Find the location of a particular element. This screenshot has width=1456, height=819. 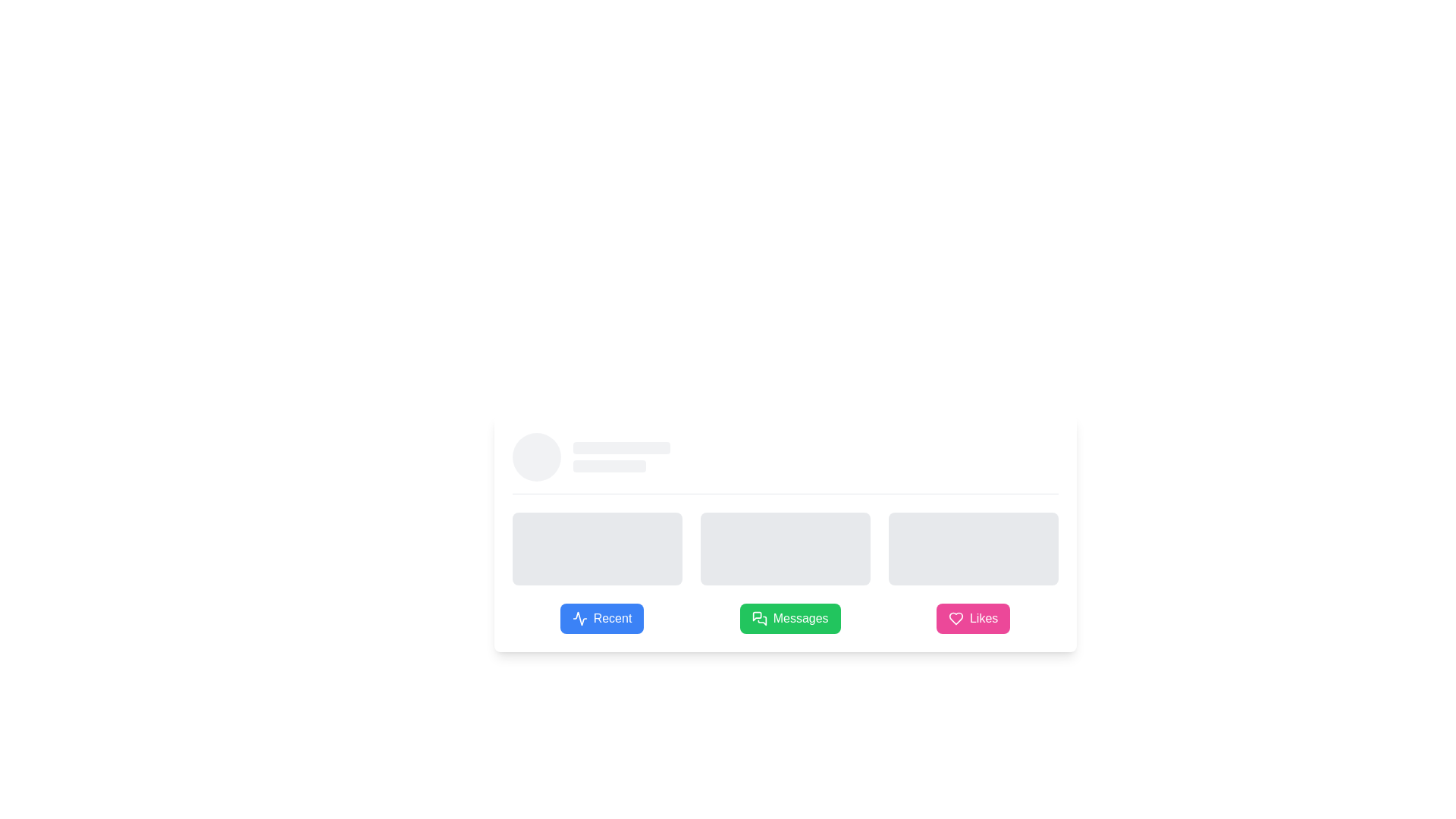

the heart-shaped icon filled with pink color, located inside the button labeled 'Likes' at the bottom-right corner of the interface is located at coordinates (955, 619).